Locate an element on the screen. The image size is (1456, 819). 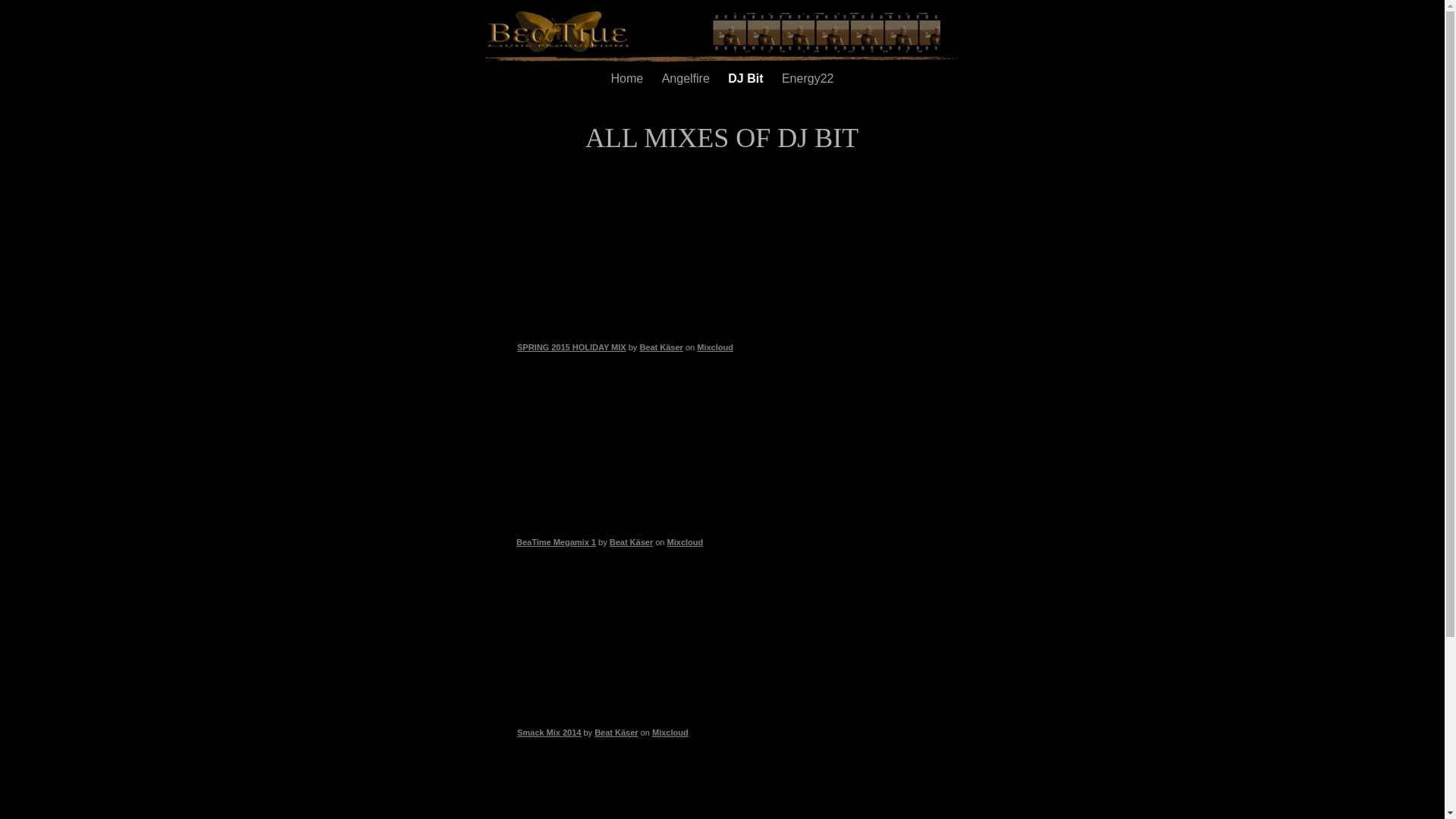
'Angelfire' is located at coordinates (687, 78).